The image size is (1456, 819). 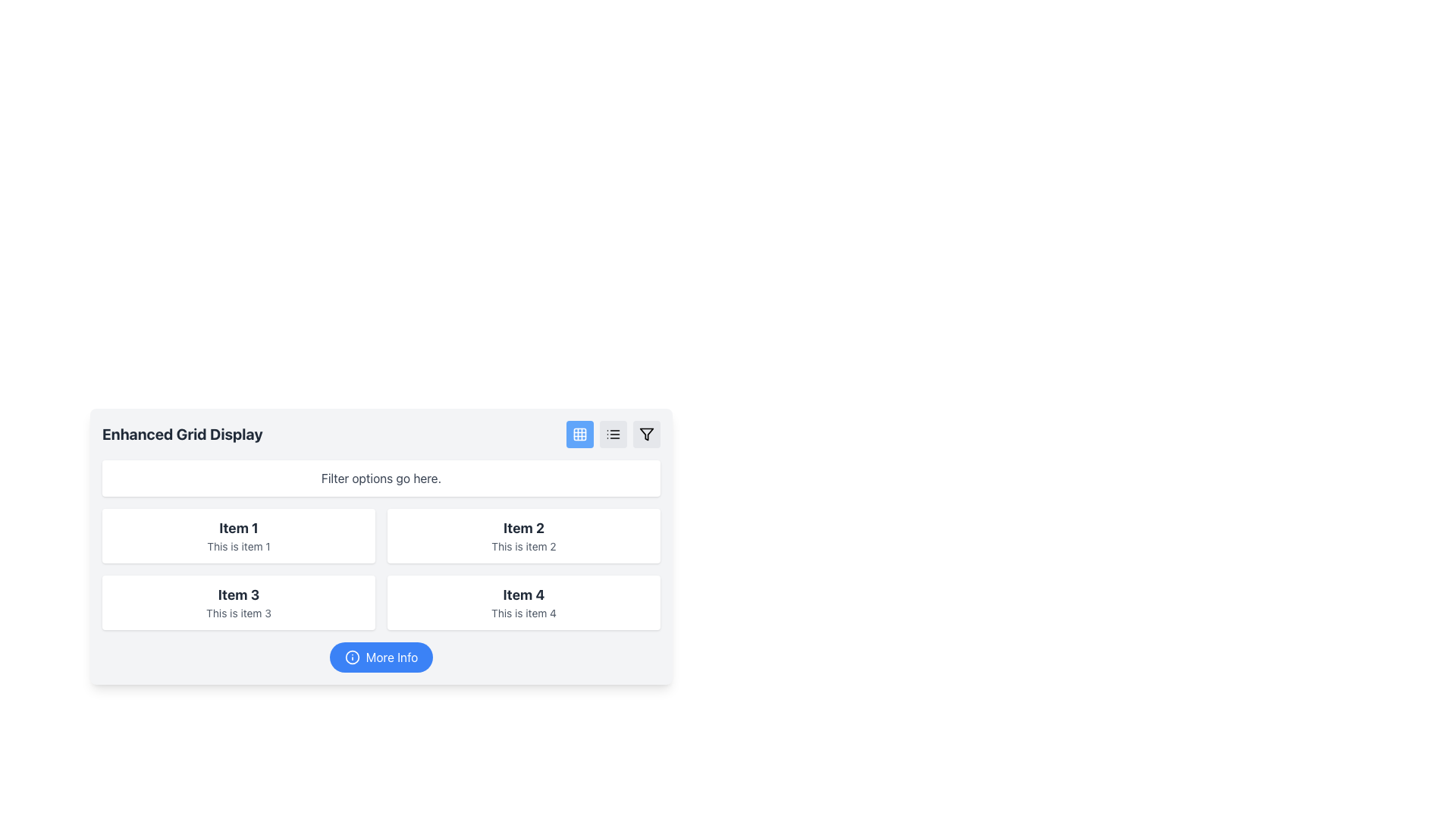 What do you see at coordinates (351, 657) in the screenshot?
I see `the circular informational icon with an 'i' symbol located to the left of the 'More Info' button` at bounding box center [351, 657].